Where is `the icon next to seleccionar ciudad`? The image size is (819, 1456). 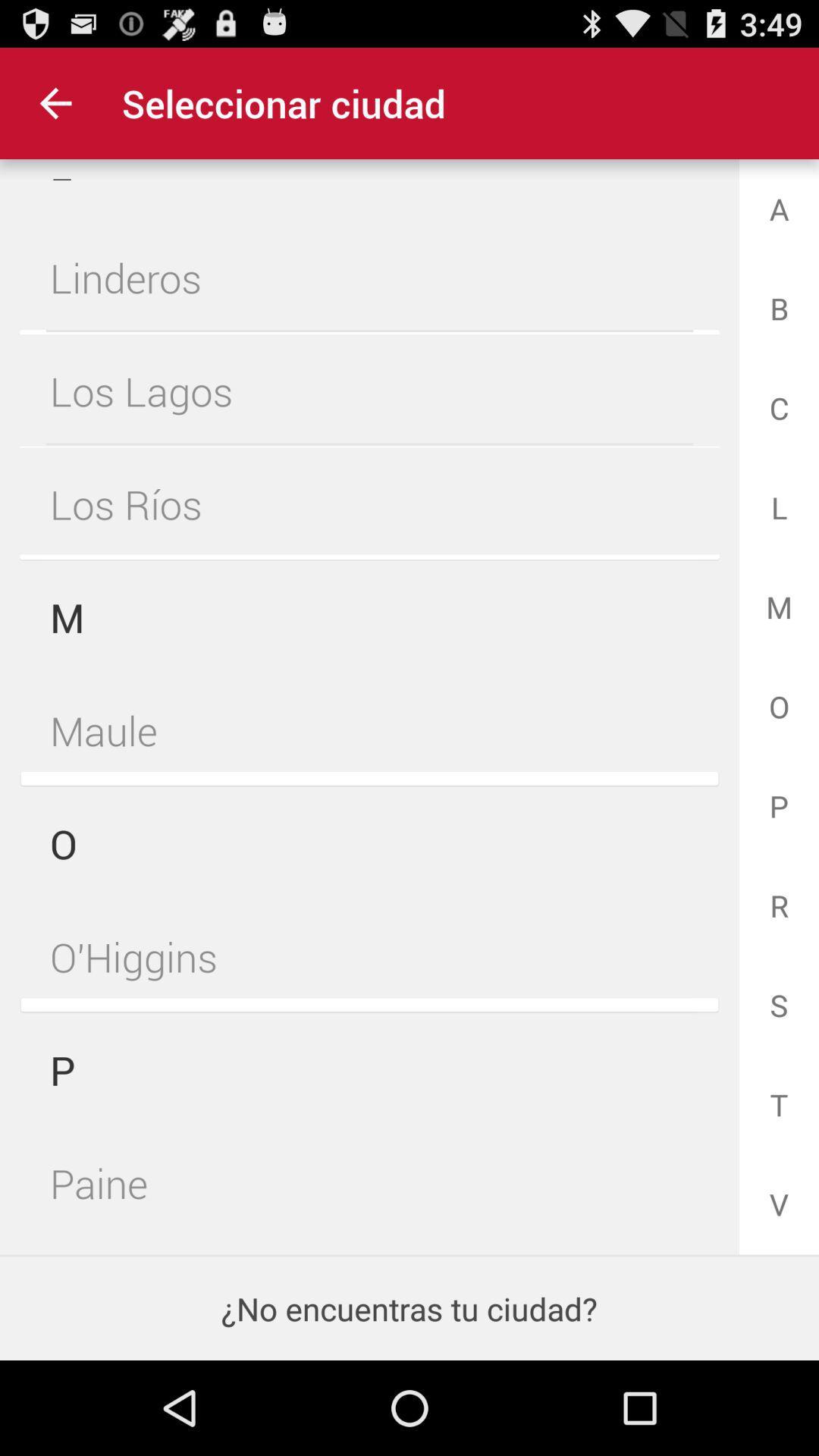 the icon next to seleccionar ciudad is located at coordinates (55, 102).